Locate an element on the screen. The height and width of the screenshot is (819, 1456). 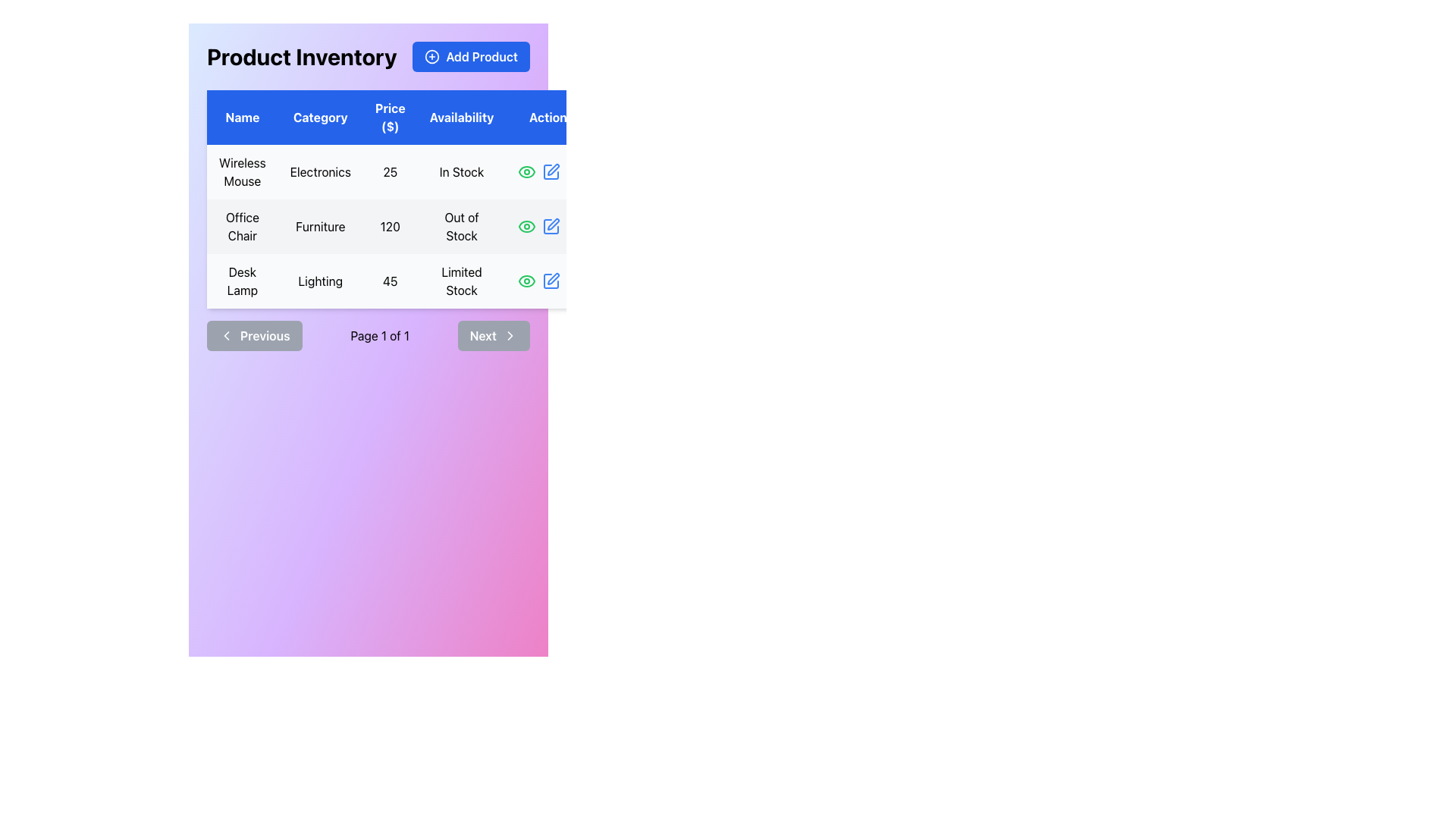
the text label displaying 'Category' in white font on a blue background, which is part of the header row in a table layout for inventory data is located at coordinates (319, 116).